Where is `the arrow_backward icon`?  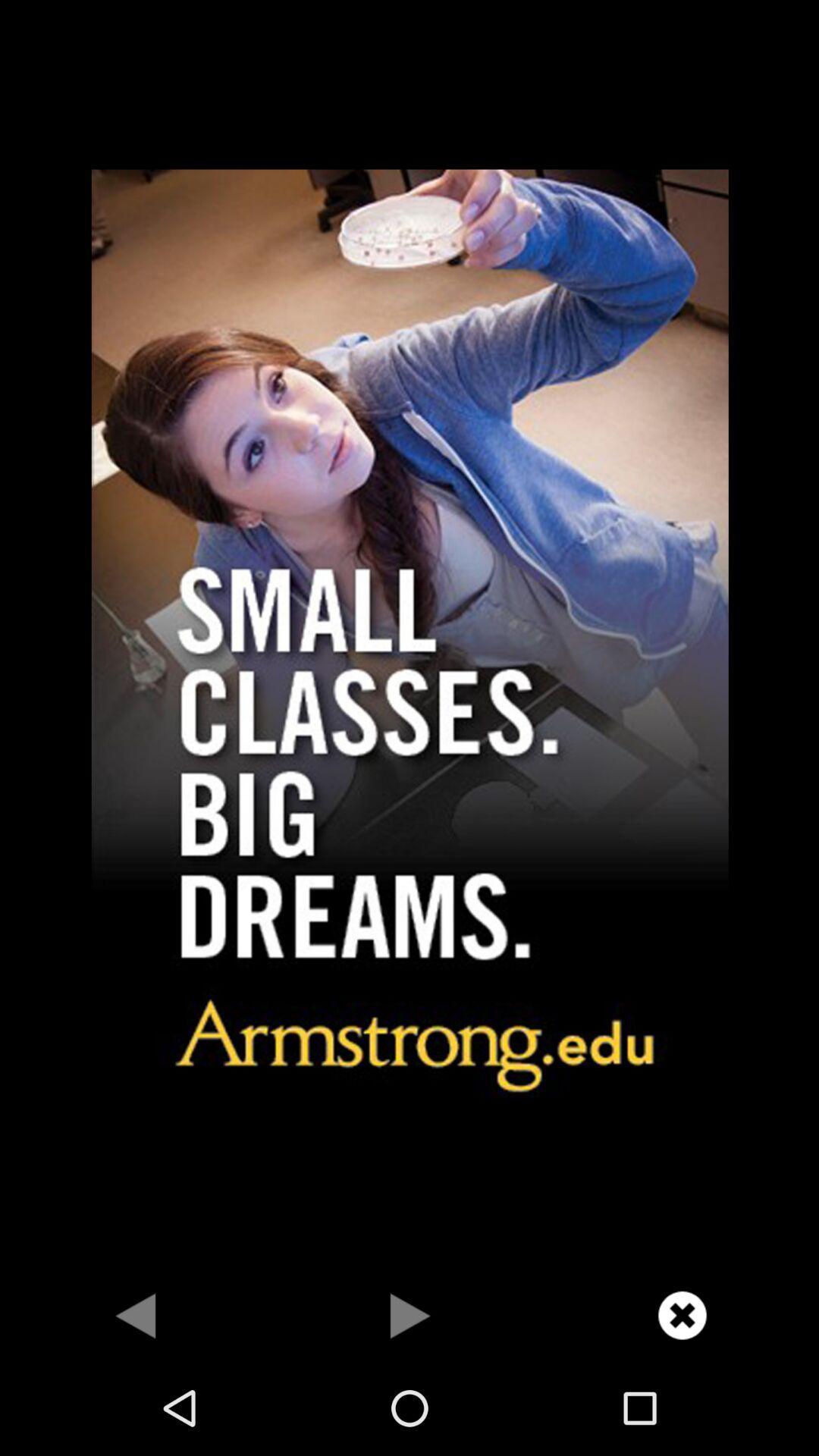
the arrow_backward icon is located at coordinates (136, 1407).